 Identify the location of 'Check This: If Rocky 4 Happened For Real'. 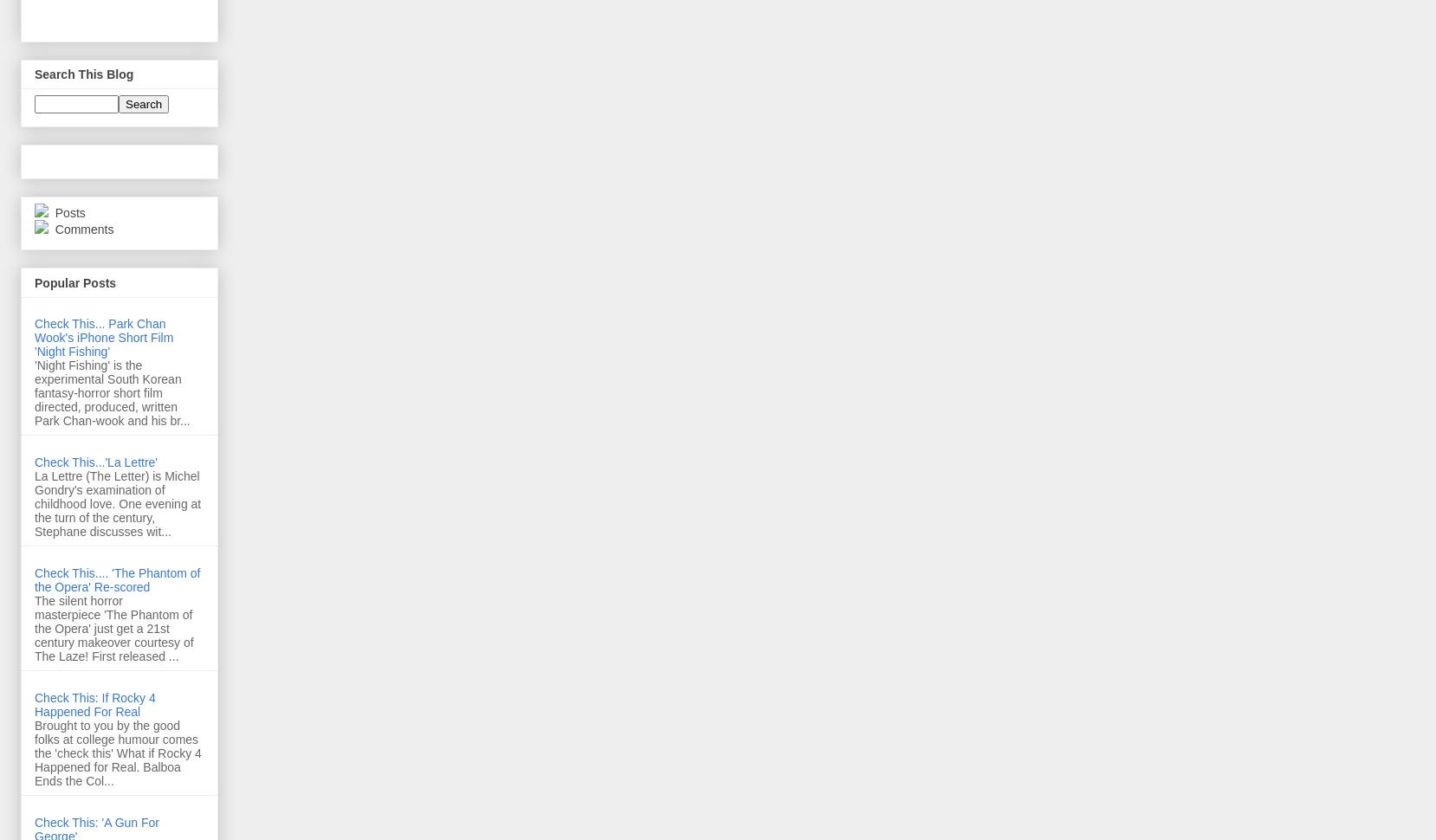
(94, 703).